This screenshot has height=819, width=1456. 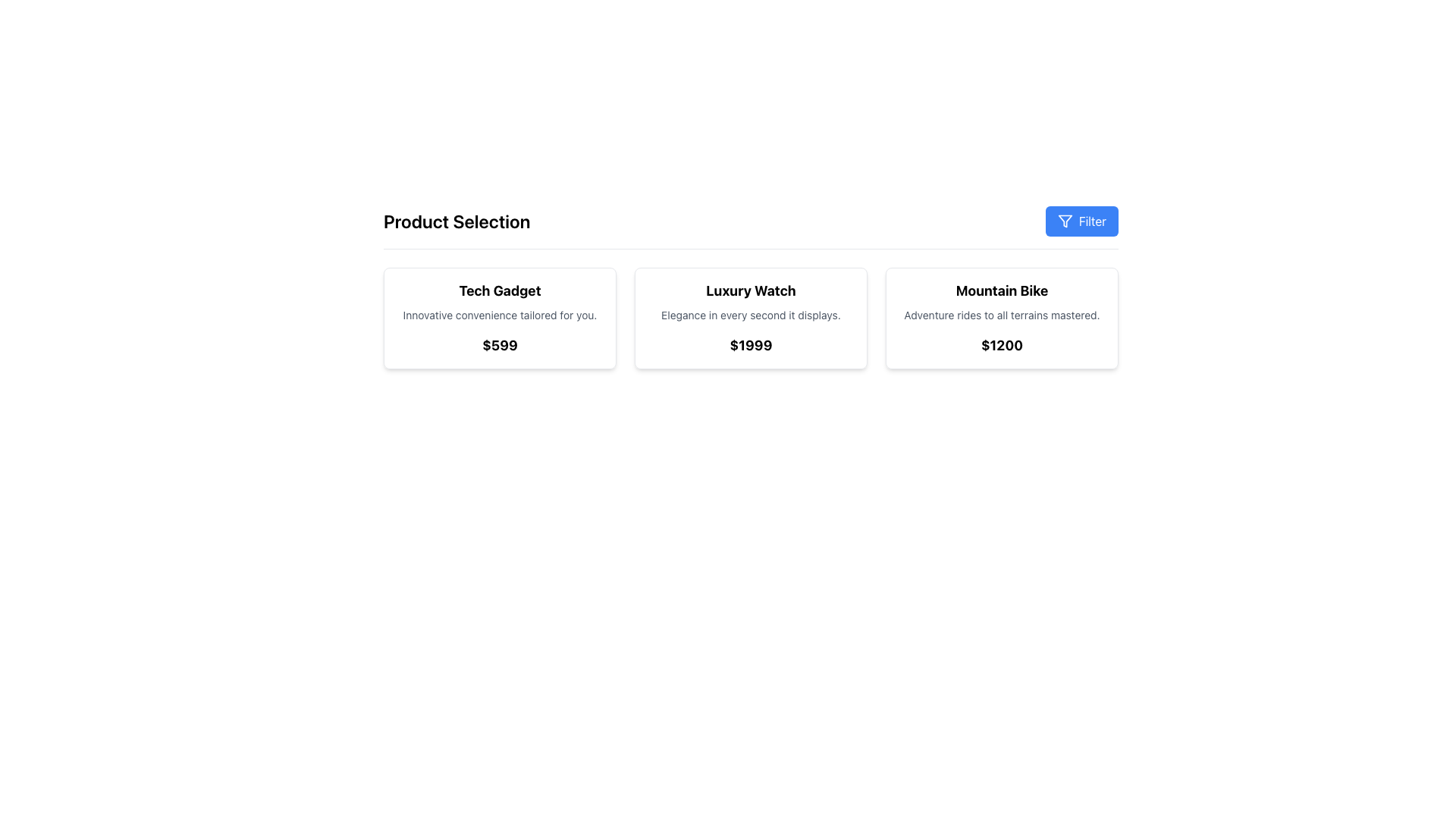 What do you see at coordinates (1002, 291) in the screenshot?
I see `the title text element 'Mountain Bike' which is displayed in a bold and large font style within its product card, located at the top of the card` at bounding box center [1002, 291].